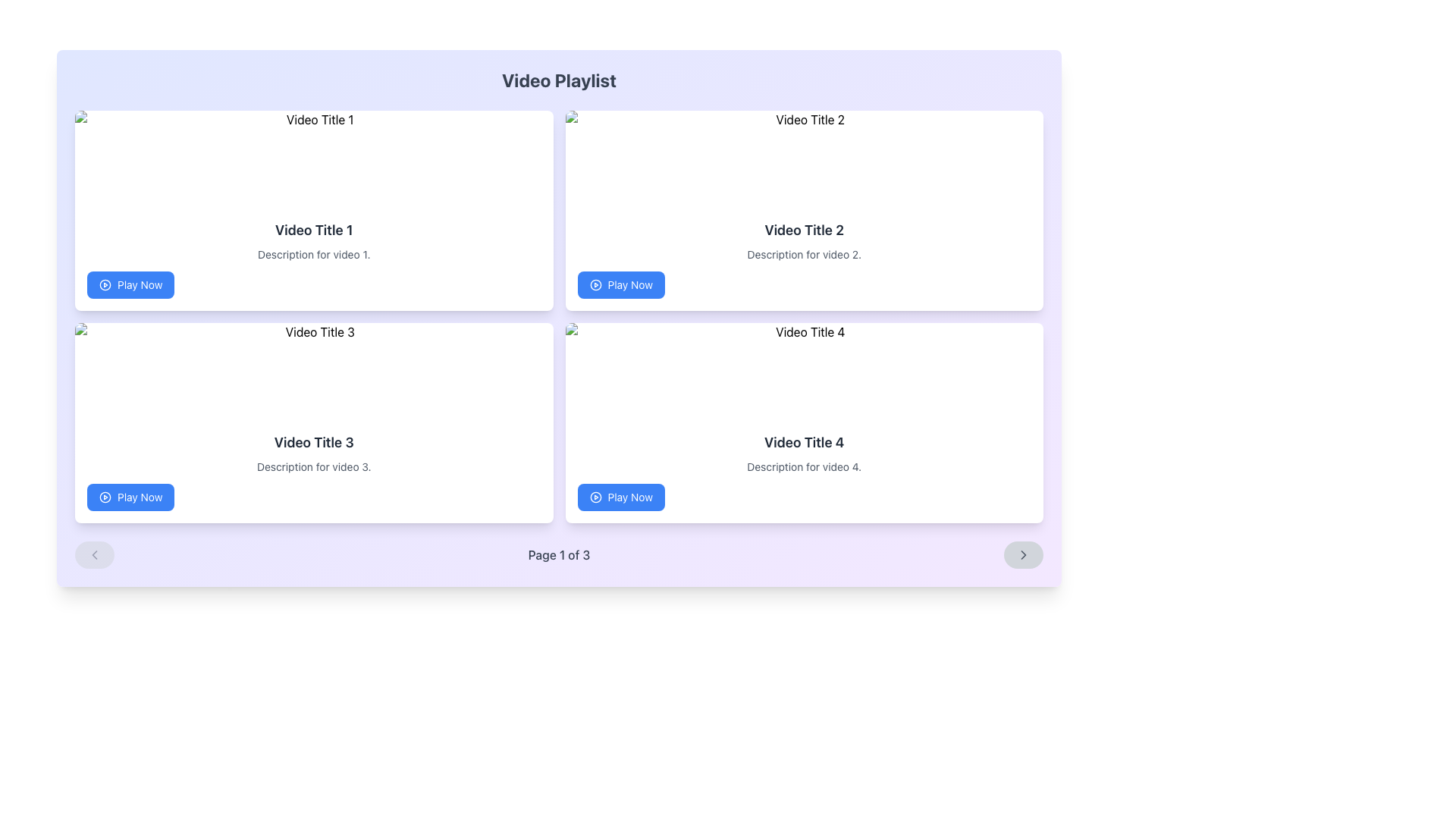 Image resolution: width=1456 pixels, height=819 pixels. Describe the element at coordinates (313, 371) in the screenshot. I see `the thumbnail image for 'Video Title 3'` at that location.